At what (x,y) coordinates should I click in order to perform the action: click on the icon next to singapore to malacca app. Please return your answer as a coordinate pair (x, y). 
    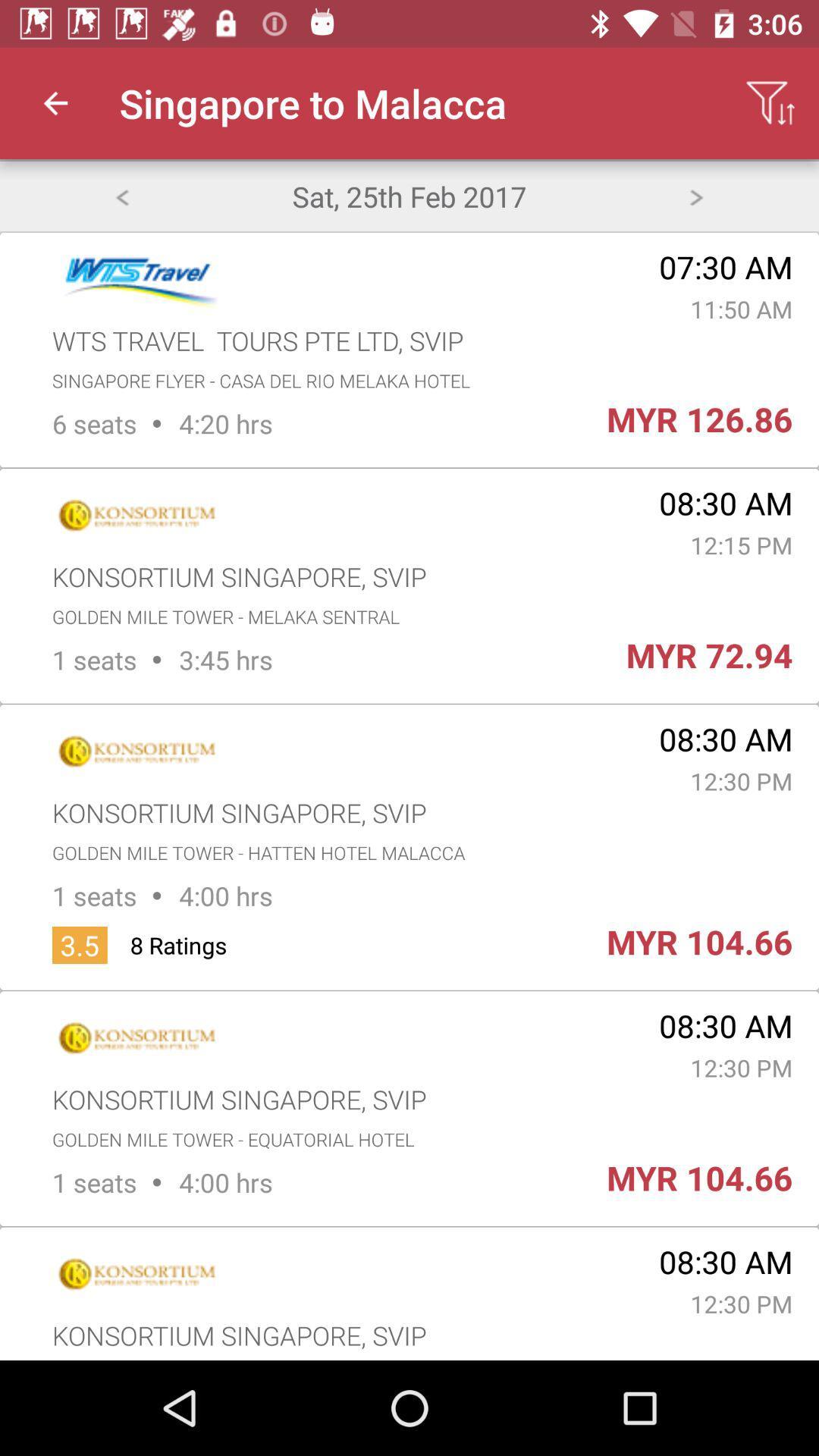
    Looking at the image, I should click on (55, 102).